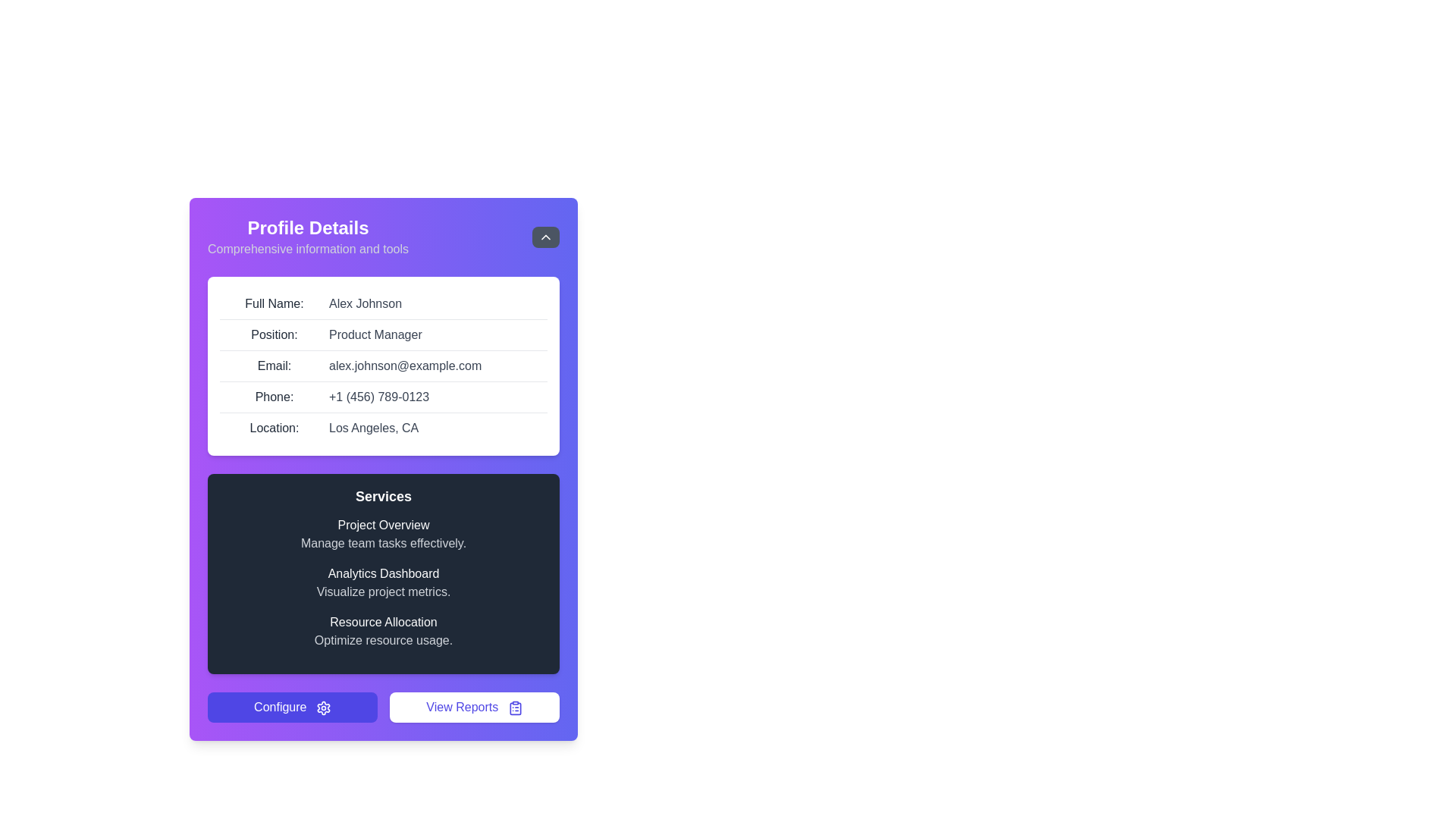 The height and width of the screenshot is (819, 1456). Describe the element at coordinates (383, 534) in the screenshot. I see `the text block titled 'Project Overview' which describes 'Manage team tasks effectively.' located under the 'Services' section` at that location.